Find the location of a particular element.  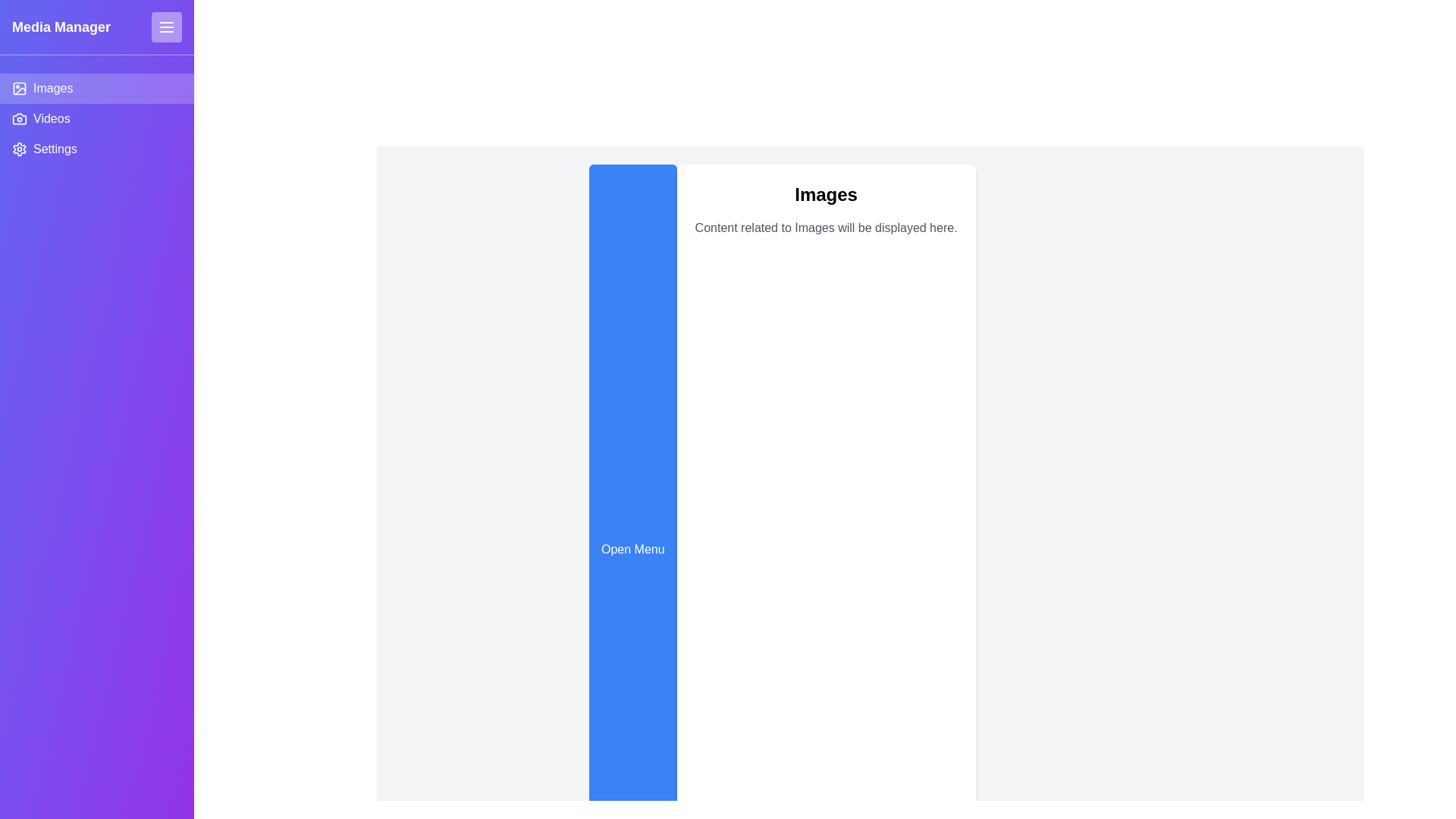

the Images tab by clicking on it is located at coordinates (96, 88).